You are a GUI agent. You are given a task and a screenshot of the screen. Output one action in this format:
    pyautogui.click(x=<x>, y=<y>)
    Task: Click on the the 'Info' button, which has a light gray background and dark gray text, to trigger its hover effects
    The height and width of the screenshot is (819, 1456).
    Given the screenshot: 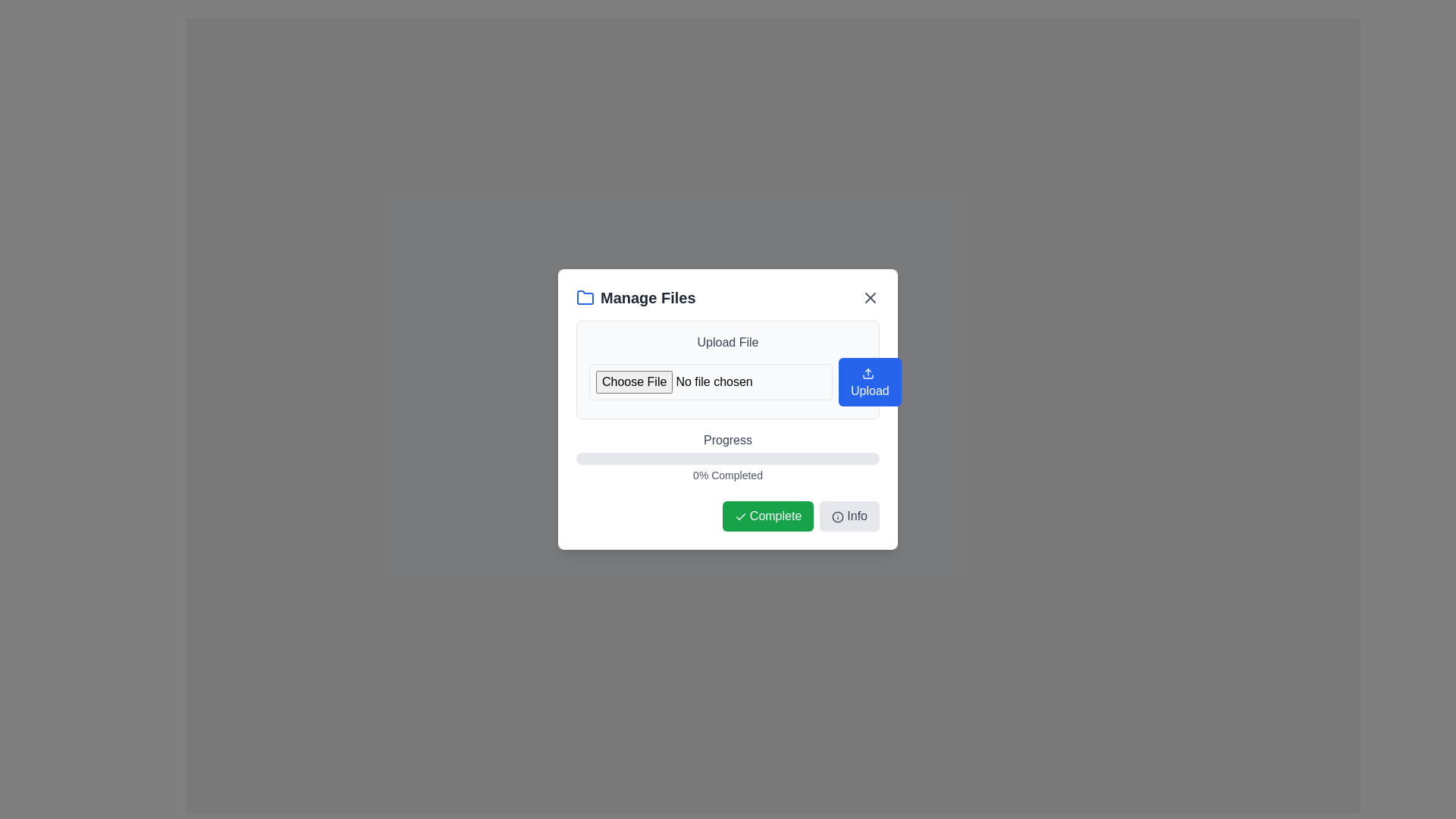 What is the action you would take?
    pyautogui.click(x=849, y=516)
    